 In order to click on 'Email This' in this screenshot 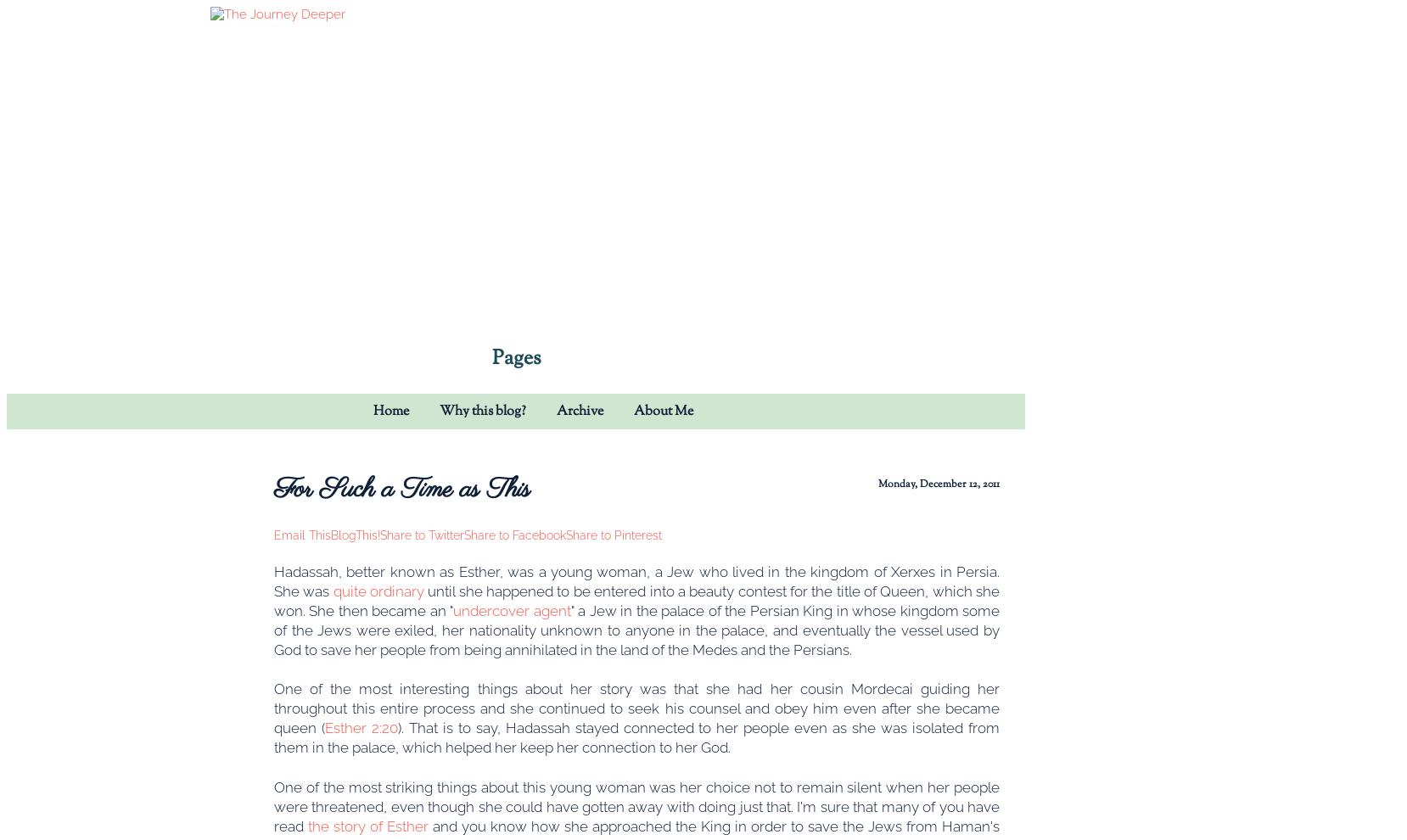, I will do `click(272, 534)`.